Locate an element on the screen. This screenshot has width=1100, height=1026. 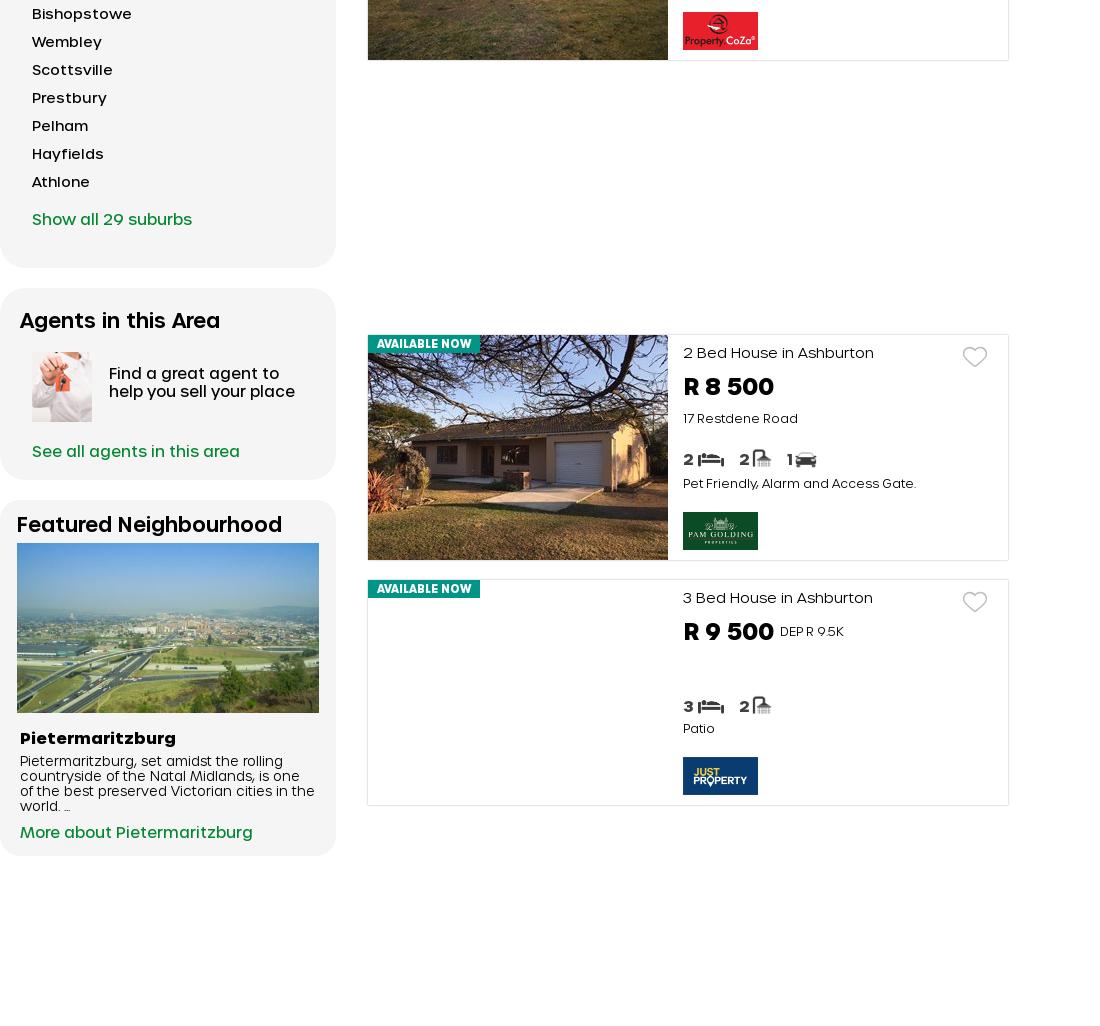
'Mkondeni' is located at coordinates (66, 741).